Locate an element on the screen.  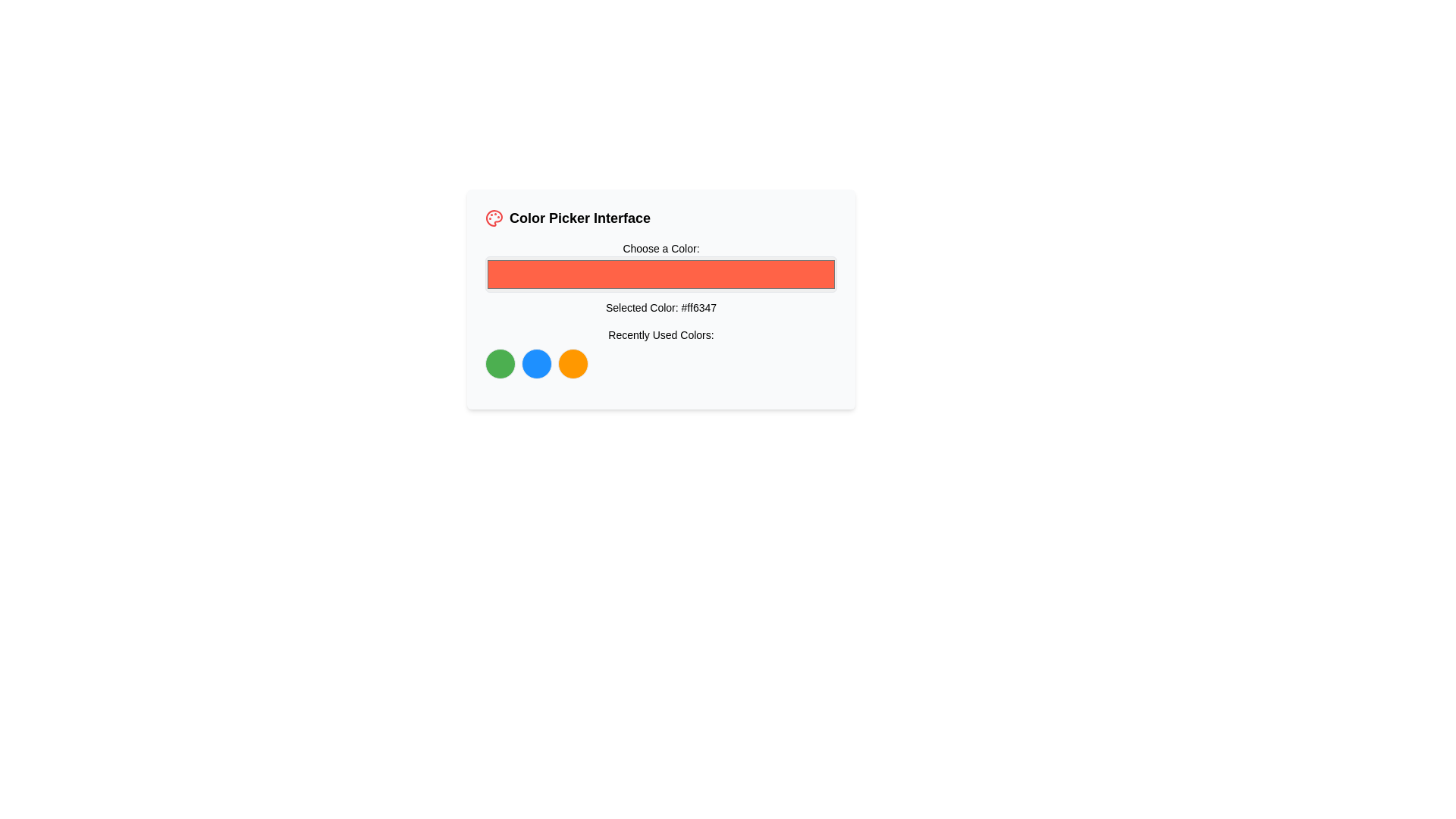
the first circular green button located at the bottom of the 'Recently Used Colors' section is located at coordinates (500, 363).